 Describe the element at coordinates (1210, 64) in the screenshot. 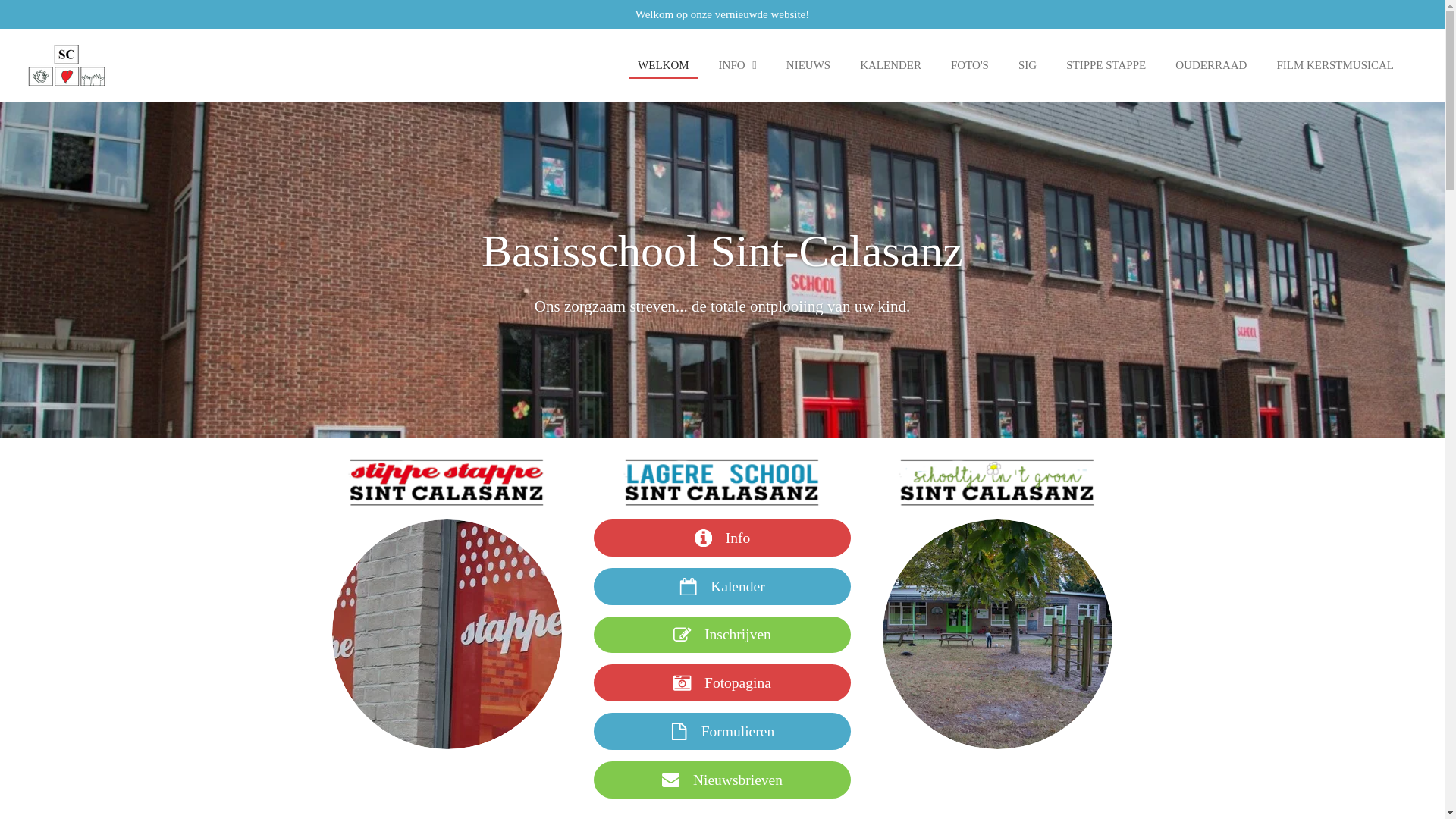

I see `'OUDERRAAD'` at that location.